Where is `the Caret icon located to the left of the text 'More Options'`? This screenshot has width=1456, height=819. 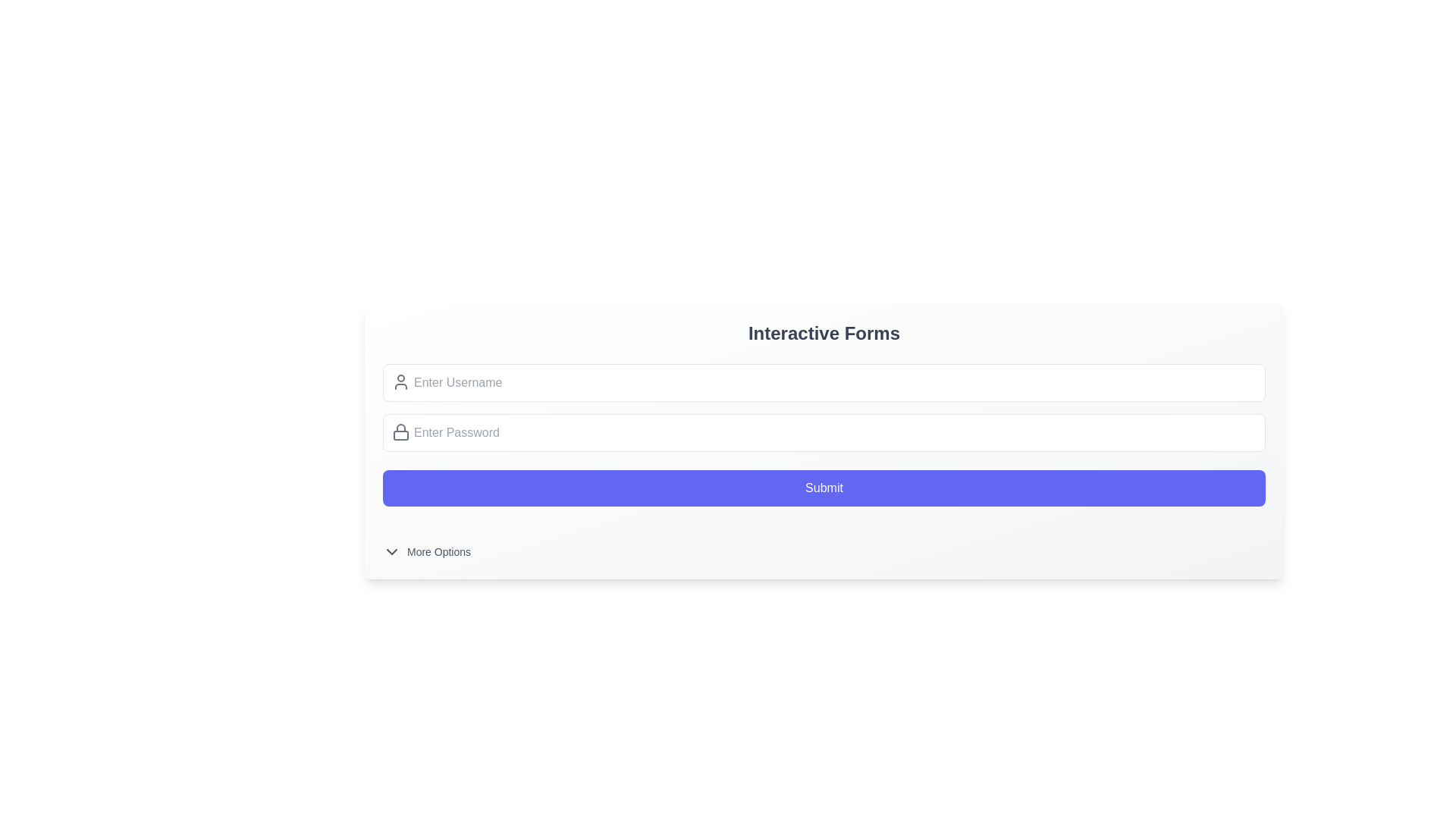
the Caret icon located to the left of the text 'More Options' is located at coordinates (392, 552).